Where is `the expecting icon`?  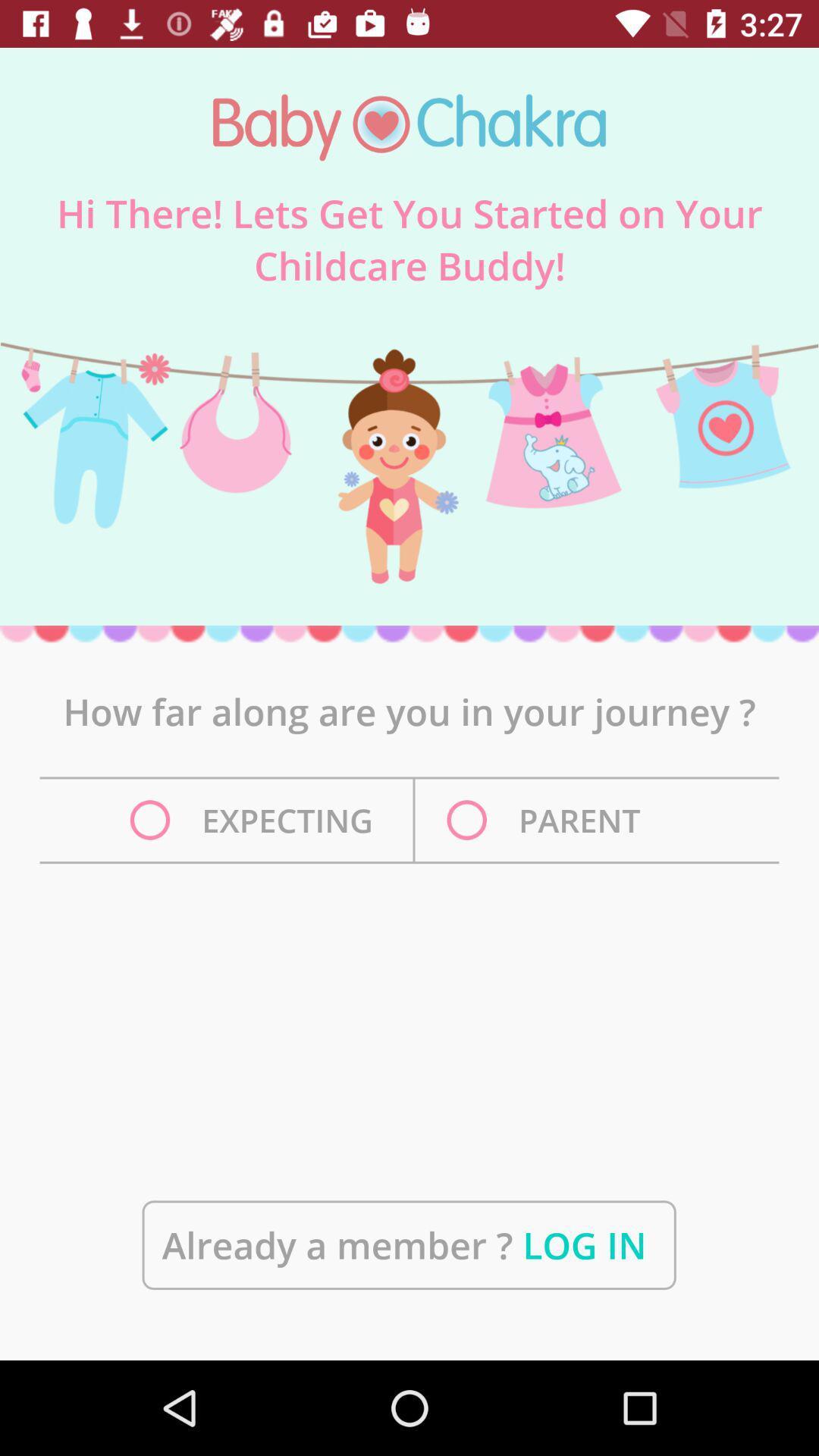 the expecting icon is located at coordinates (255, 819).